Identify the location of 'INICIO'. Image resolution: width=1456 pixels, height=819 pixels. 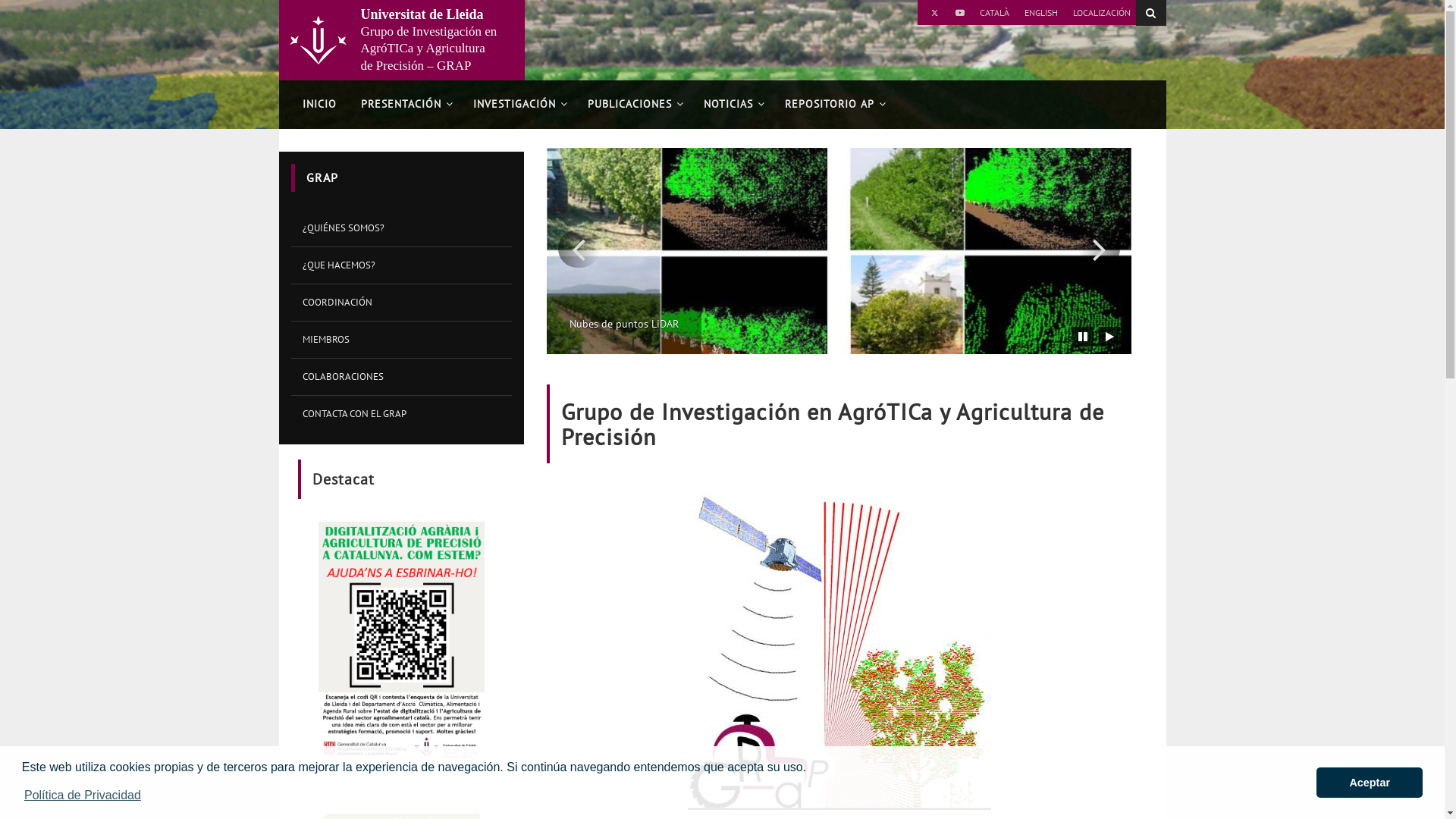
(318, 104).